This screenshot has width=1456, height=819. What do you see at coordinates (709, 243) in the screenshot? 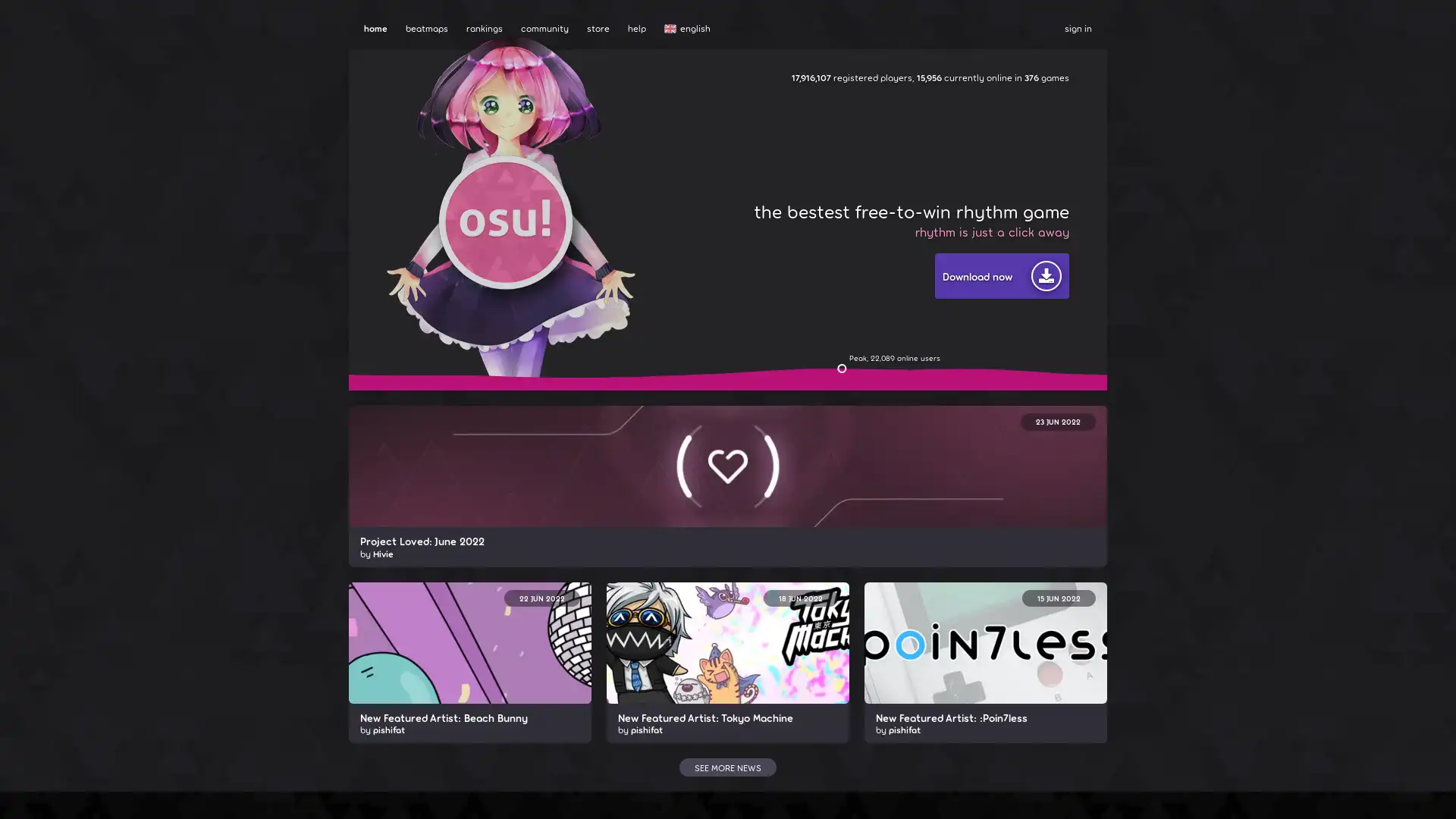
I see `francais` at bounding box center [709, 243].